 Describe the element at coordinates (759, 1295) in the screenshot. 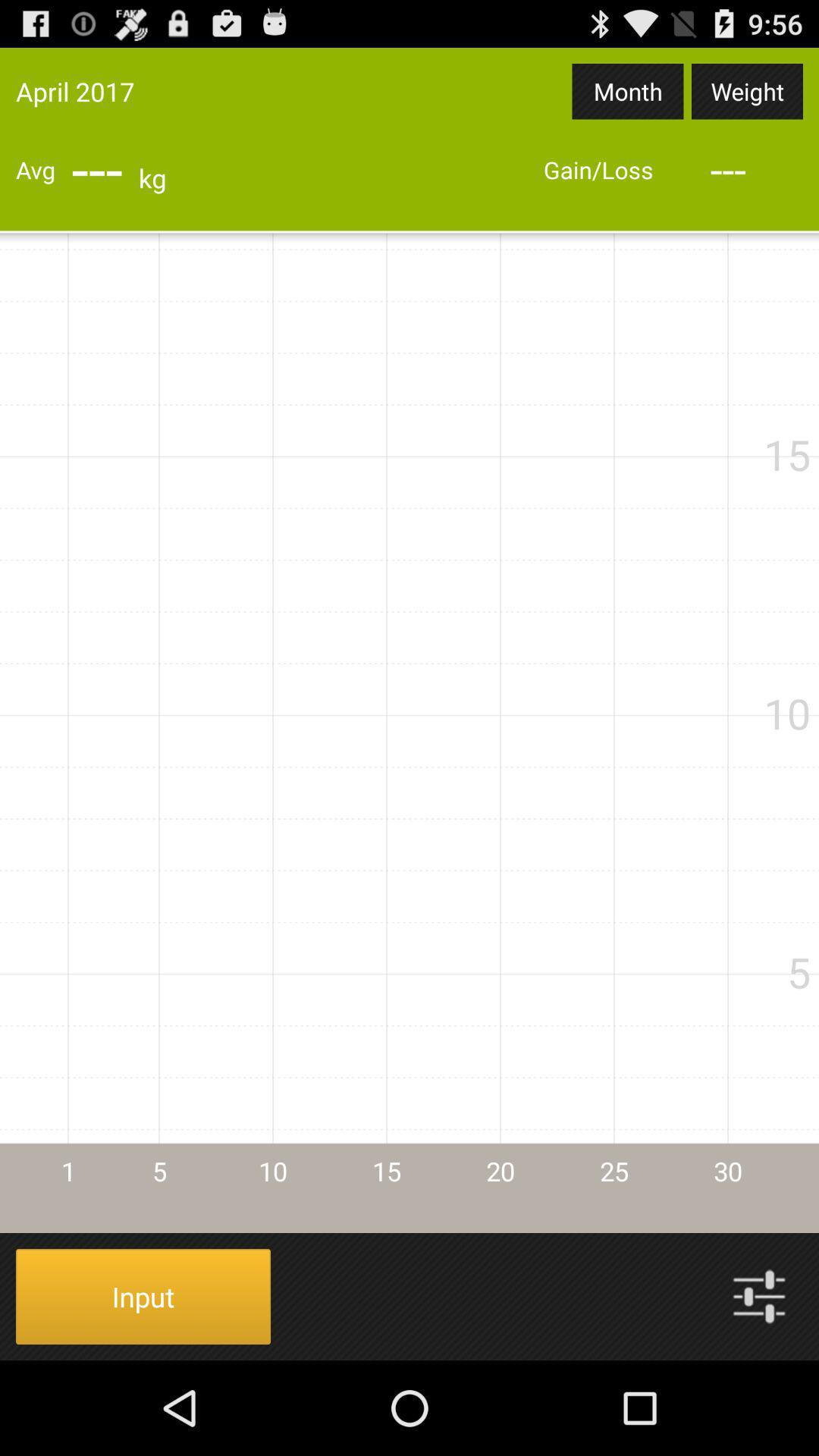

I see `the icon at the bottom right corner` at that location.